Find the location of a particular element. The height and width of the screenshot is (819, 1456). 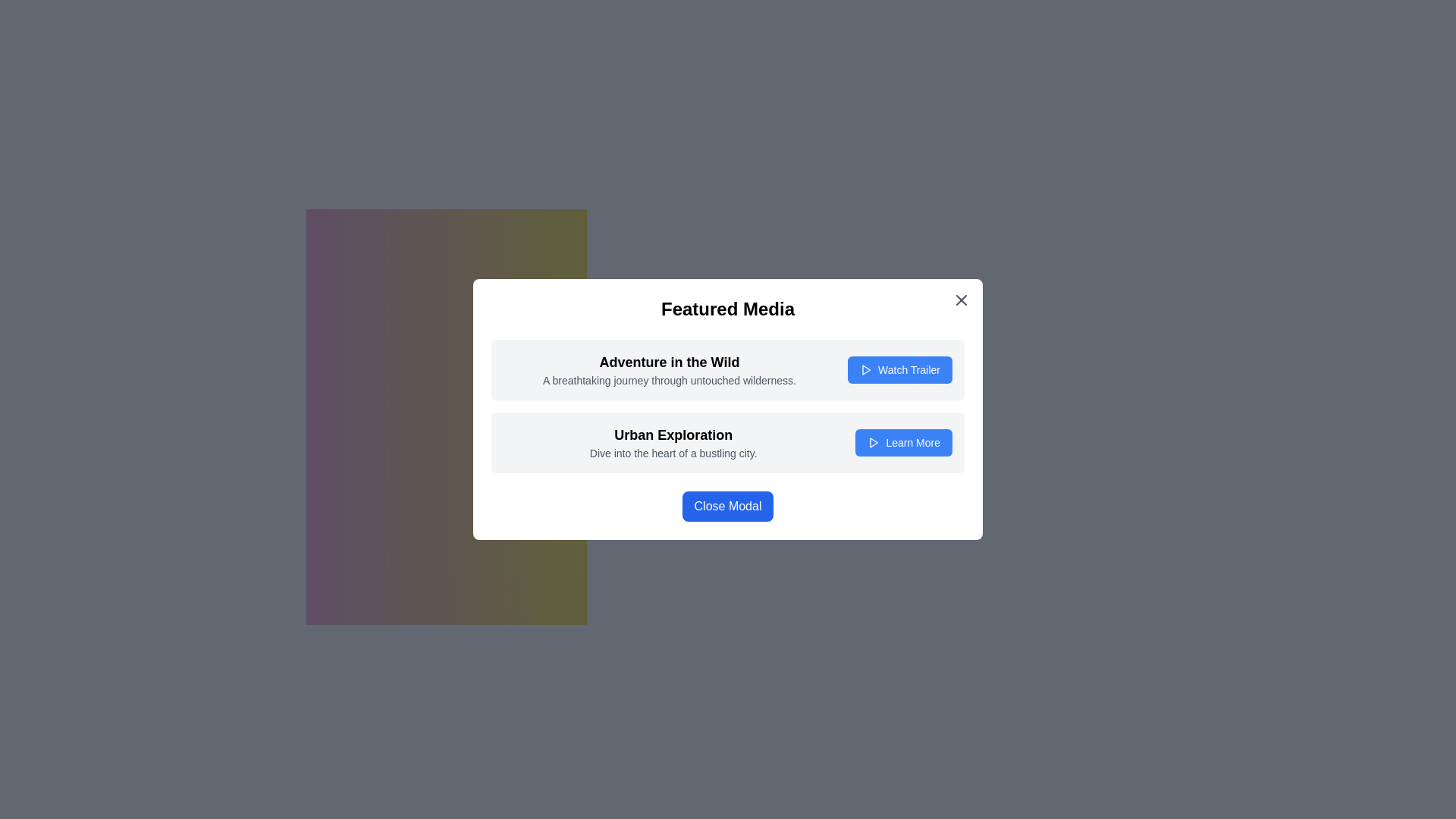

text from the description area titled 'Adventure in the Wild' within the 'Featured Media' modal dialog box is located at coordinates (669, 370).